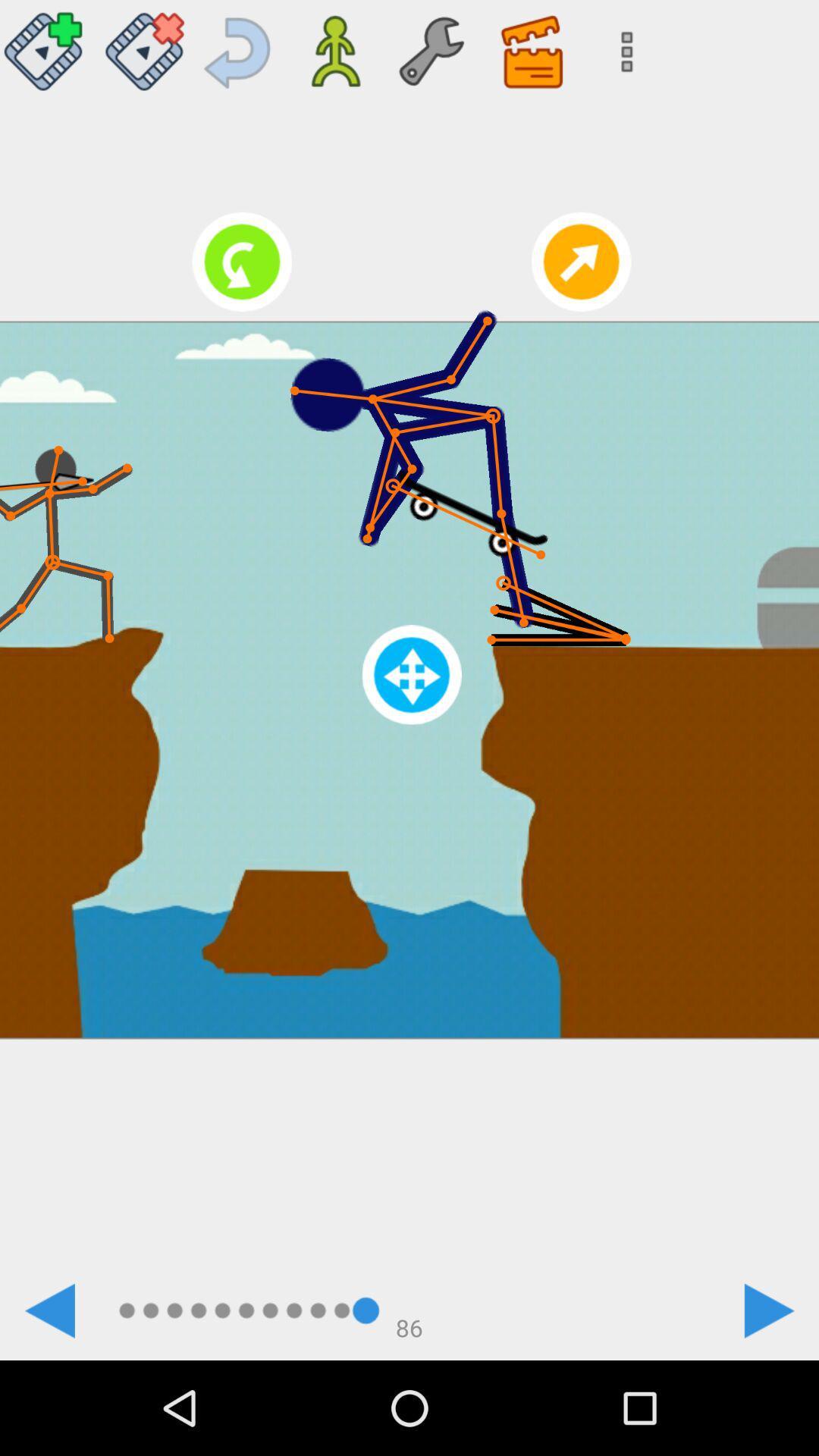 This screenshot has width=819, height=1456. I want to click on setting, so click(431, 45).